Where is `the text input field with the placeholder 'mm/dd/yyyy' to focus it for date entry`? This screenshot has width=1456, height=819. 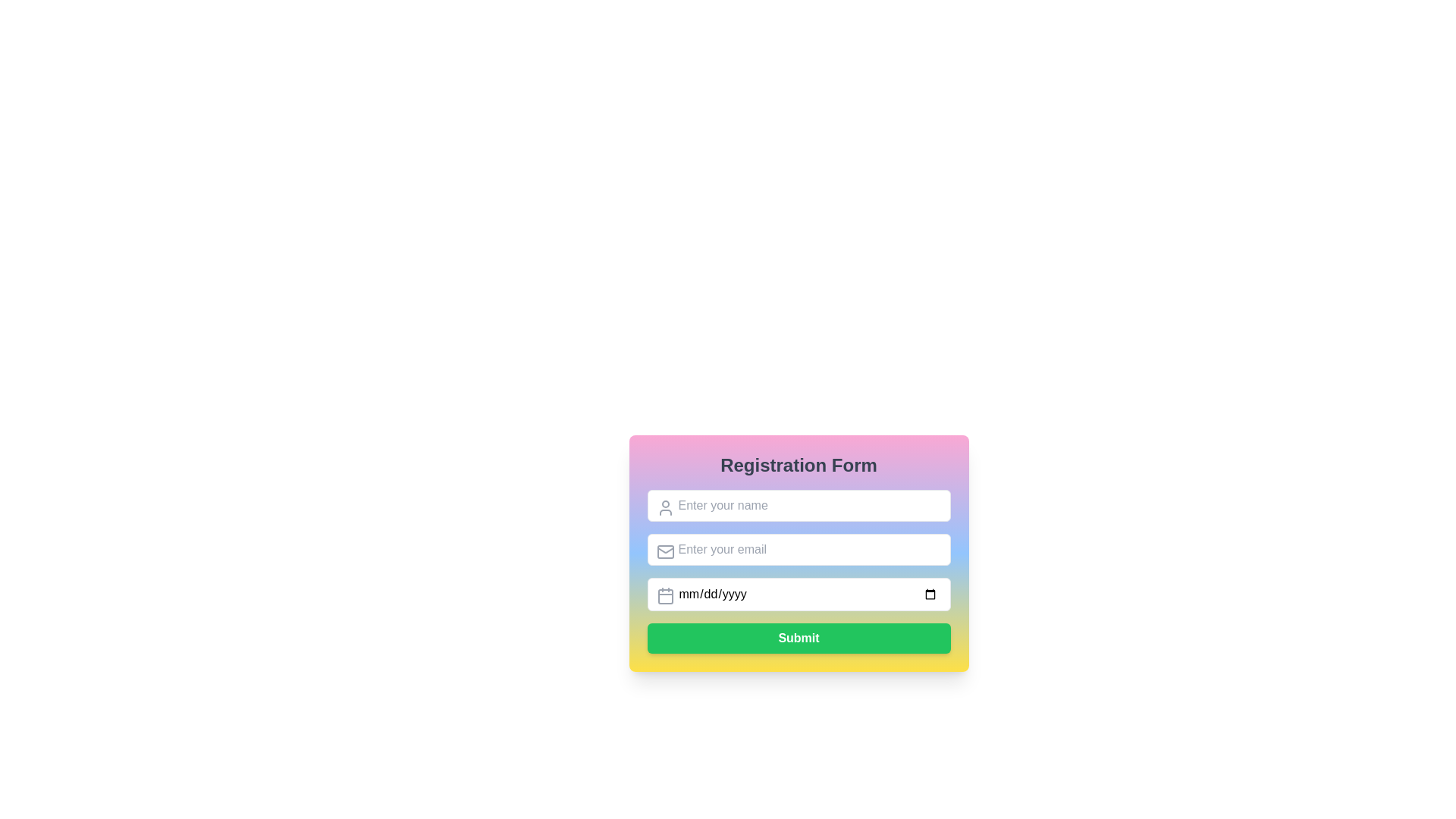
the text input field with the placeholder 'mm/dd/yyyy' to focus it for date entry is located at coordinates (798, 571).